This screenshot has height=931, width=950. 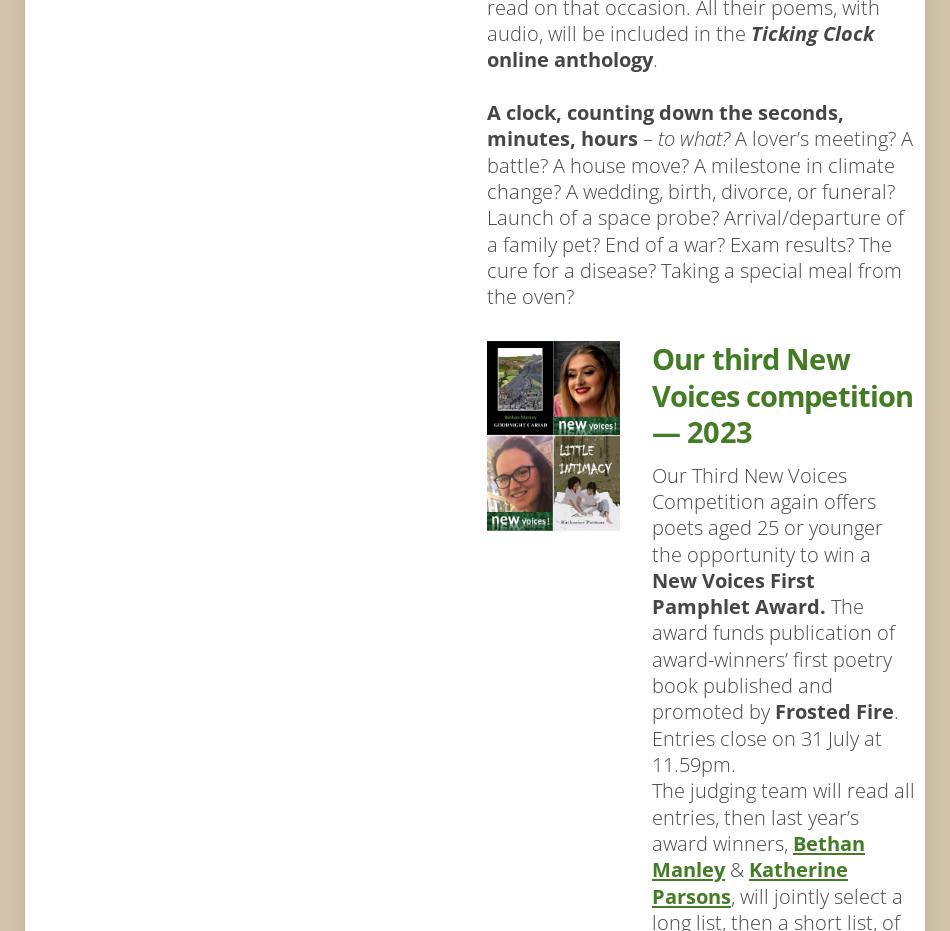 I want to click on 'to what?', so click(x=696, y=136).